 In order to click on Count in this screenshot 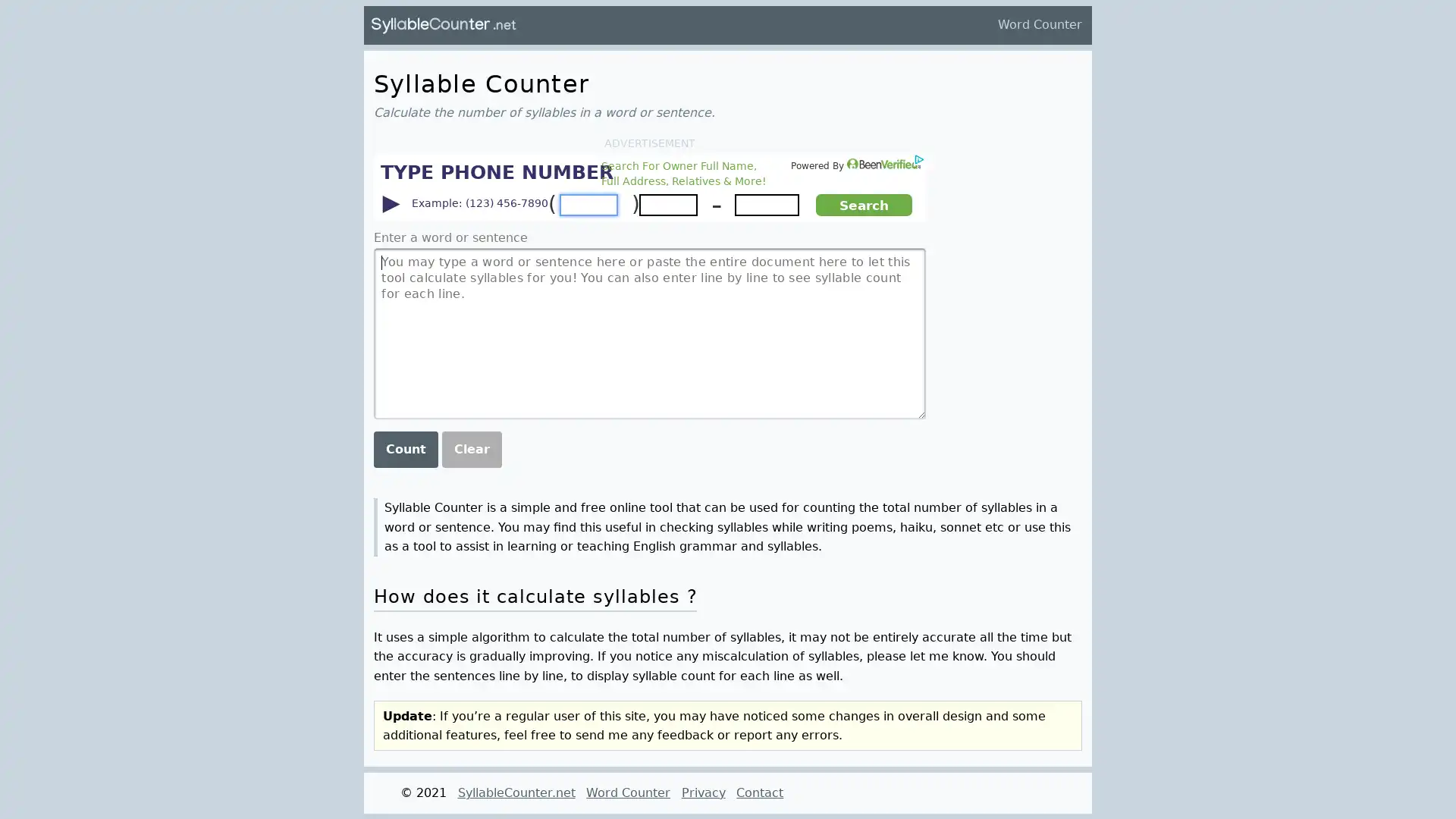, I will do `click(405, 447)`.